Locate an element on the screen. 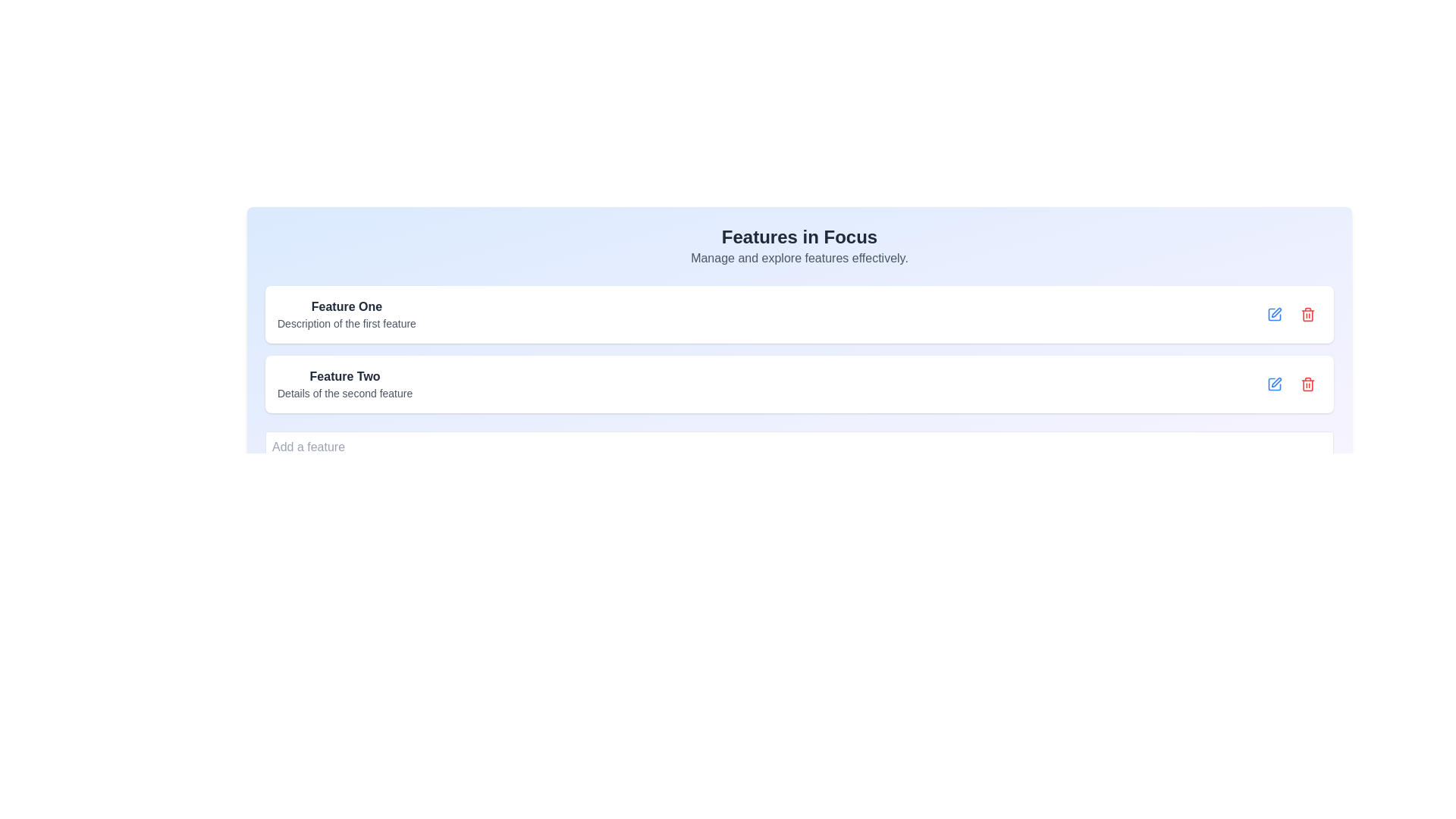 The width and height of the screenshot is (1456, 819). the blue pen icon located in the second feature row, to the right of the delete icon, to initiate an edit action is located at coordinates (1276, 381).